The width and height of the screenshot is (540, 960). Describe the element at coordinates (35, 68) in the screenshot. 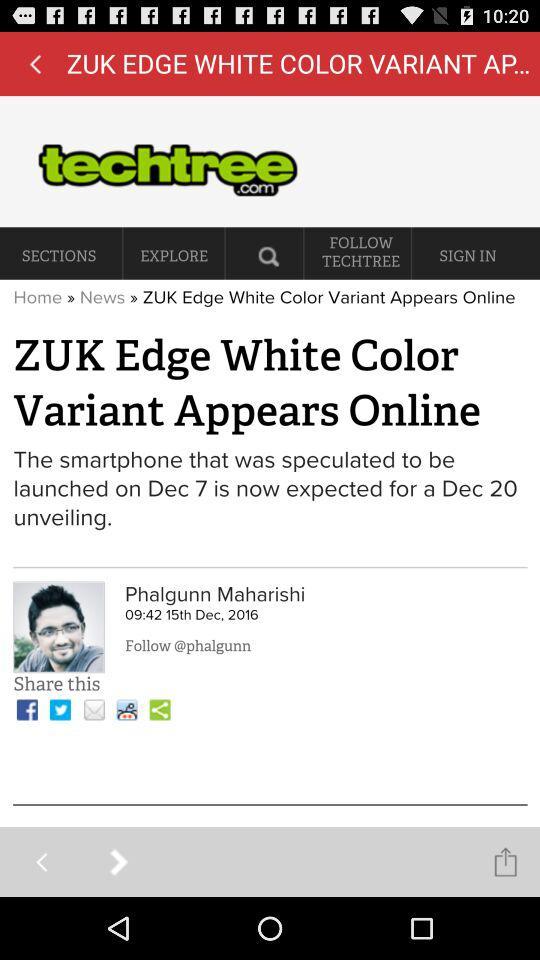

I see `the arrow_backward icon` at that location.